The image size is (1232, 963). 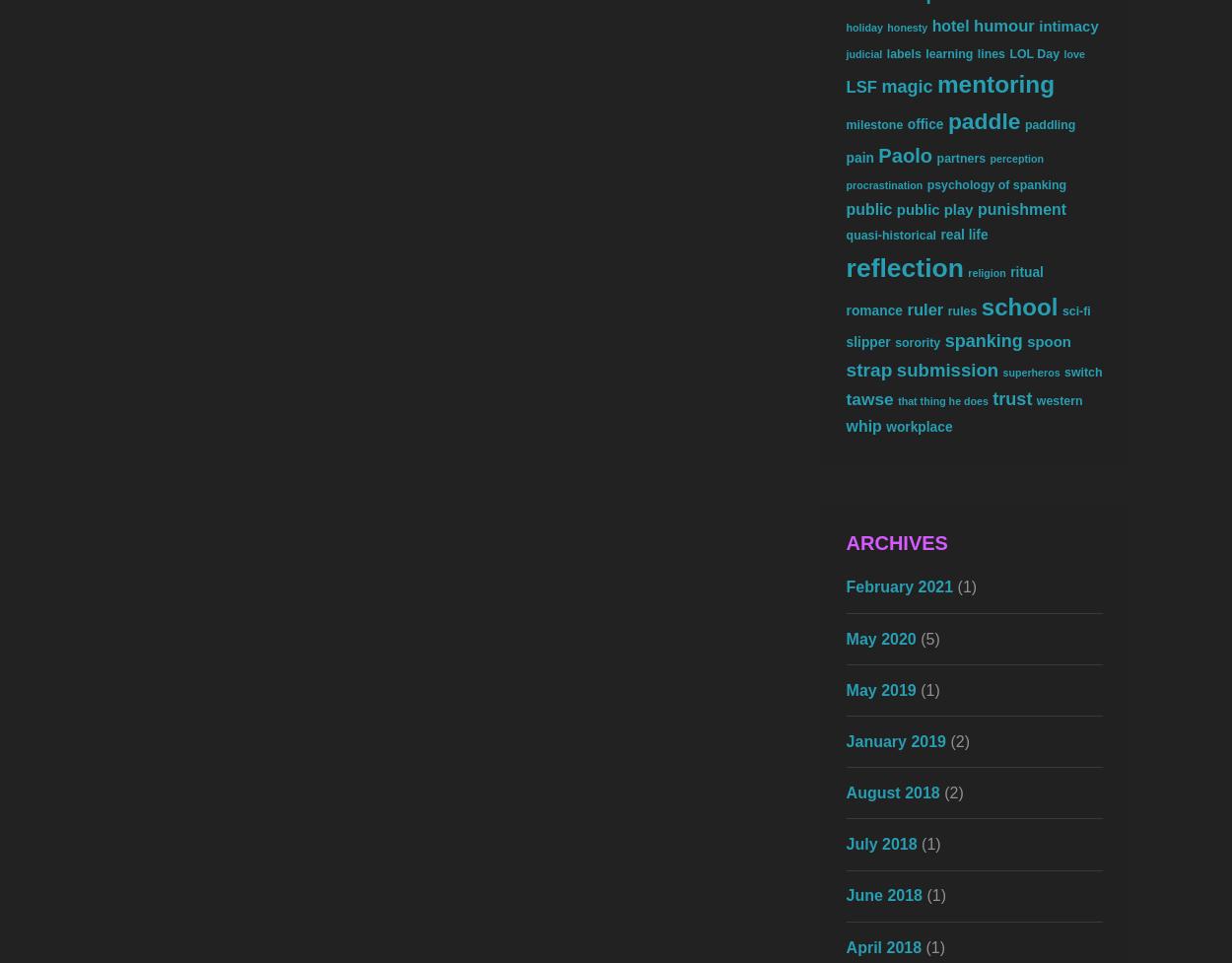 What do you see at coordinates (905, 155) in the screenshot?
I see `'Paolo'` at bounding box center [905, 155].